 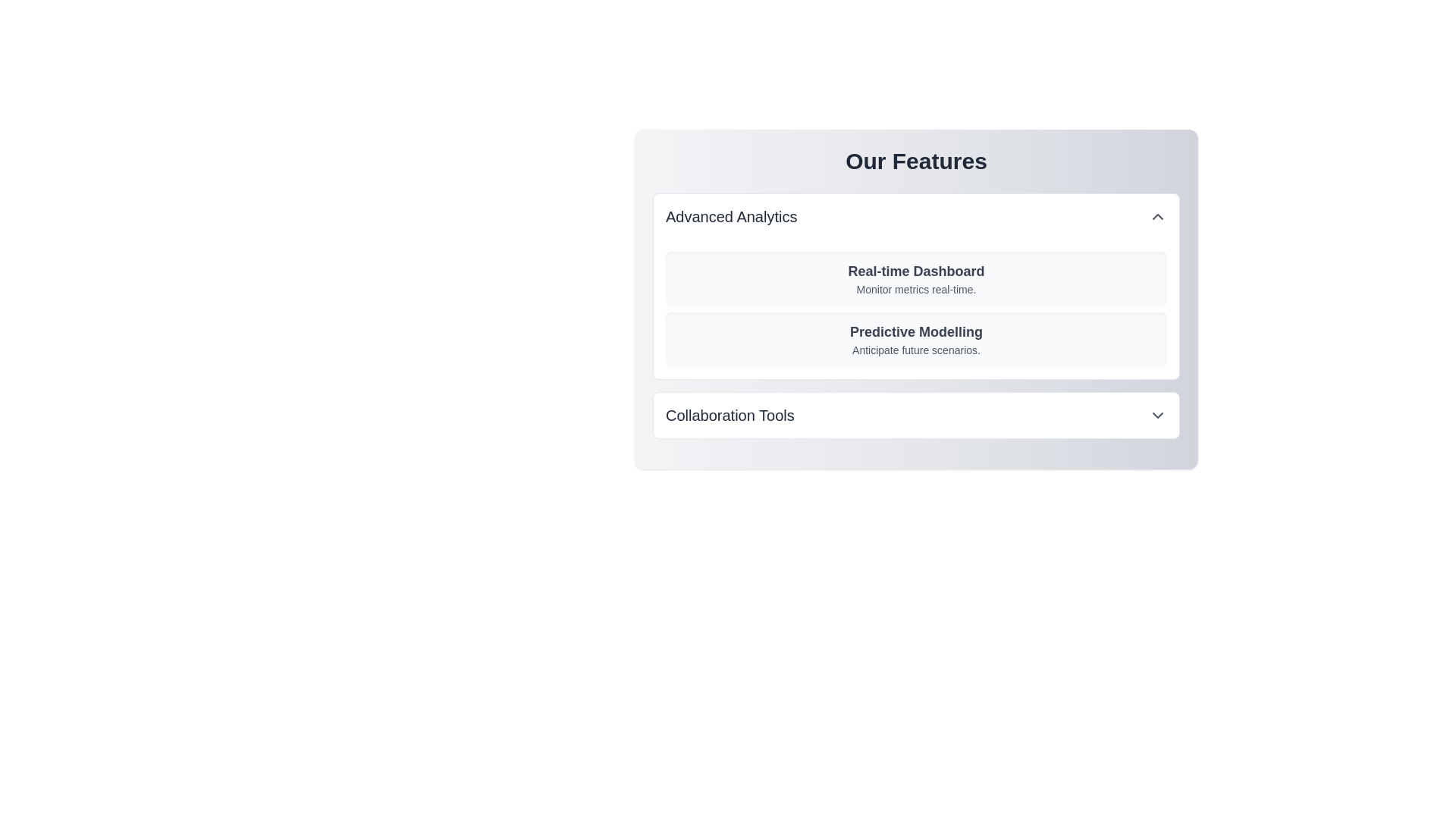 What do you see at coordinates (1156, 415) in the screenshot?
I see `the toggle button located at the far-right section of the 'Collaboration Tools' row` at bounding box center [1156, 415].